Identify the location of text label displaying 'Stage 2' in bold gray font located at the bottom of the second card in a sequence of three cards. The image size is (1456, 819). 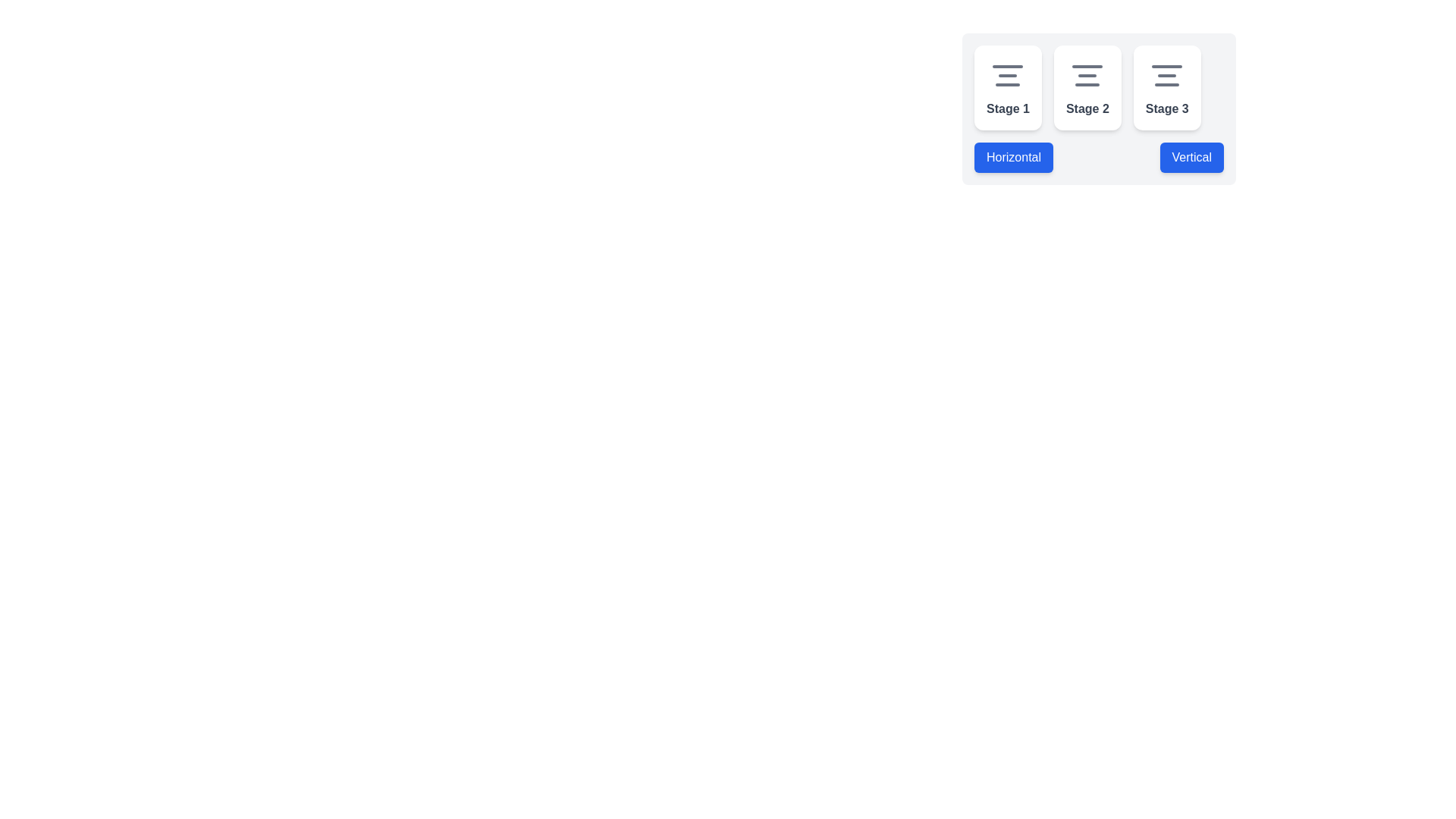
(1087, 108).